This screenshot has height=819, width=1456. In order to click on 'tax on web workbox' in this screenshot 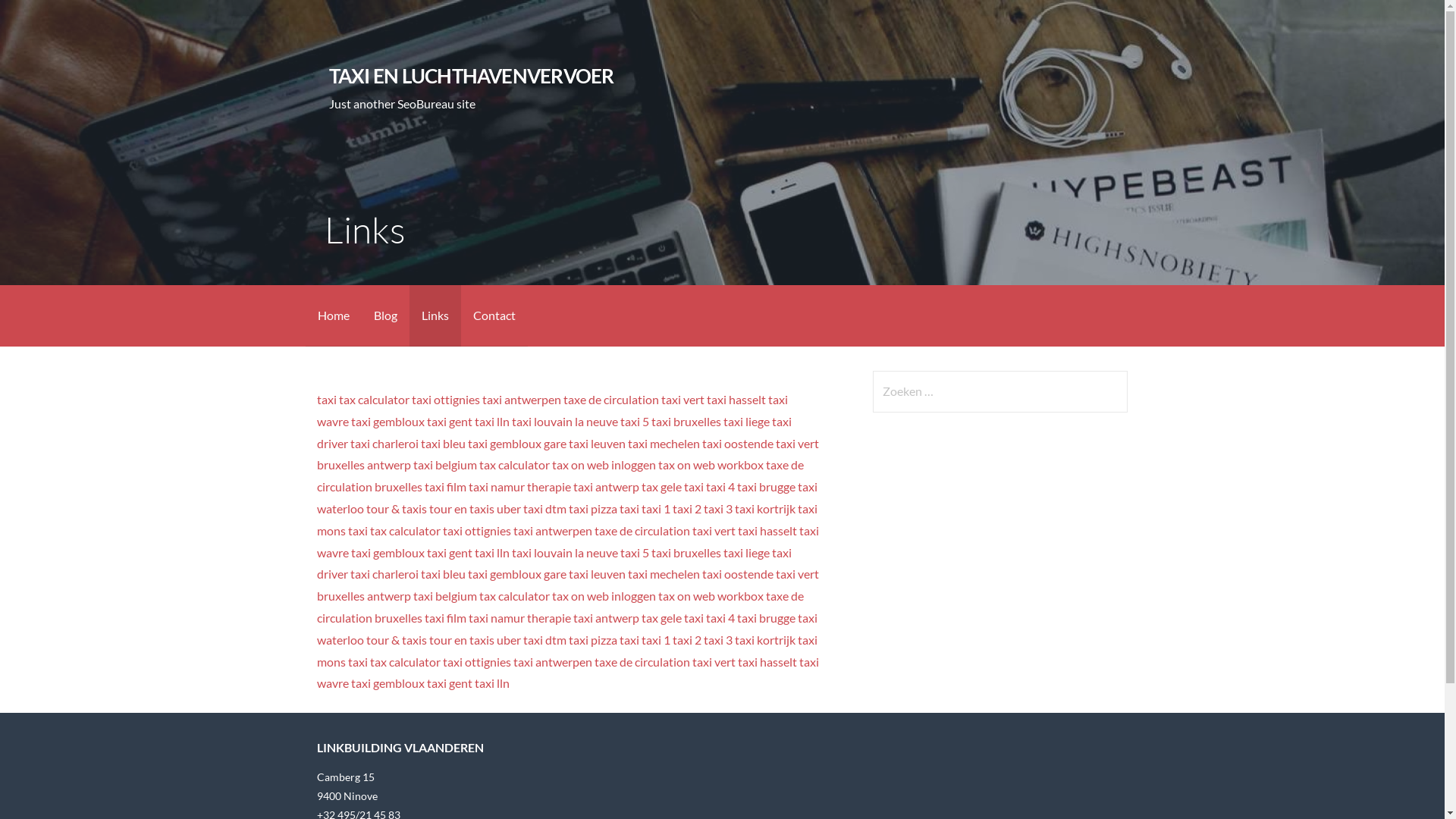, I will do `click(710, 463)`.